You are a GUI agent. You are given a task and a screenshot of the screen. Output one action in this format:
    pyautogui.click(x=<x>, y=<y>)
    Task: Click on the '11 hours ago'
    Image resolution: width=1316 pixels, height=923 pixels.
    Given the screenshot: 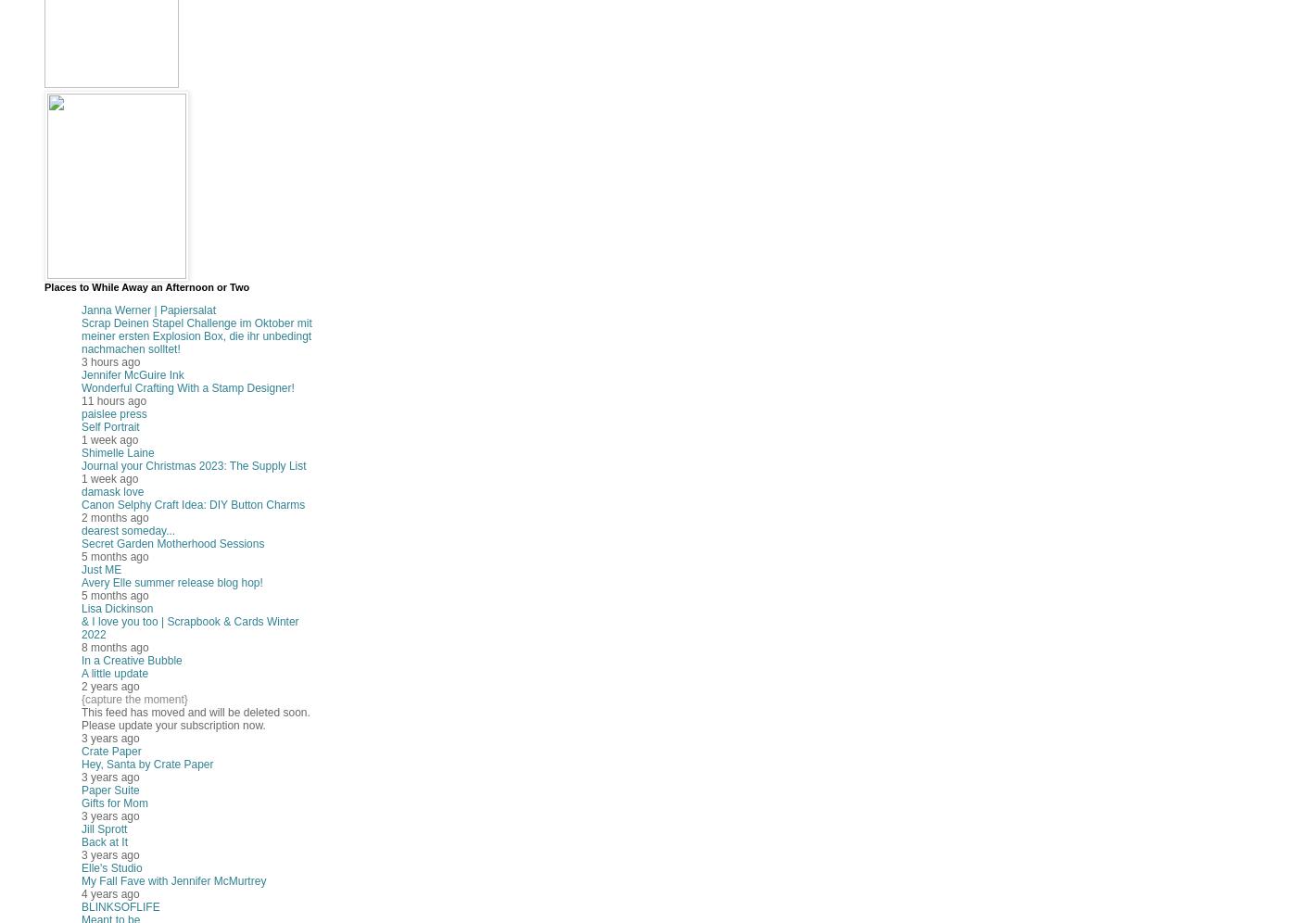 What is the action you would take?
    pyautogui.click(x=112, y=400)
    